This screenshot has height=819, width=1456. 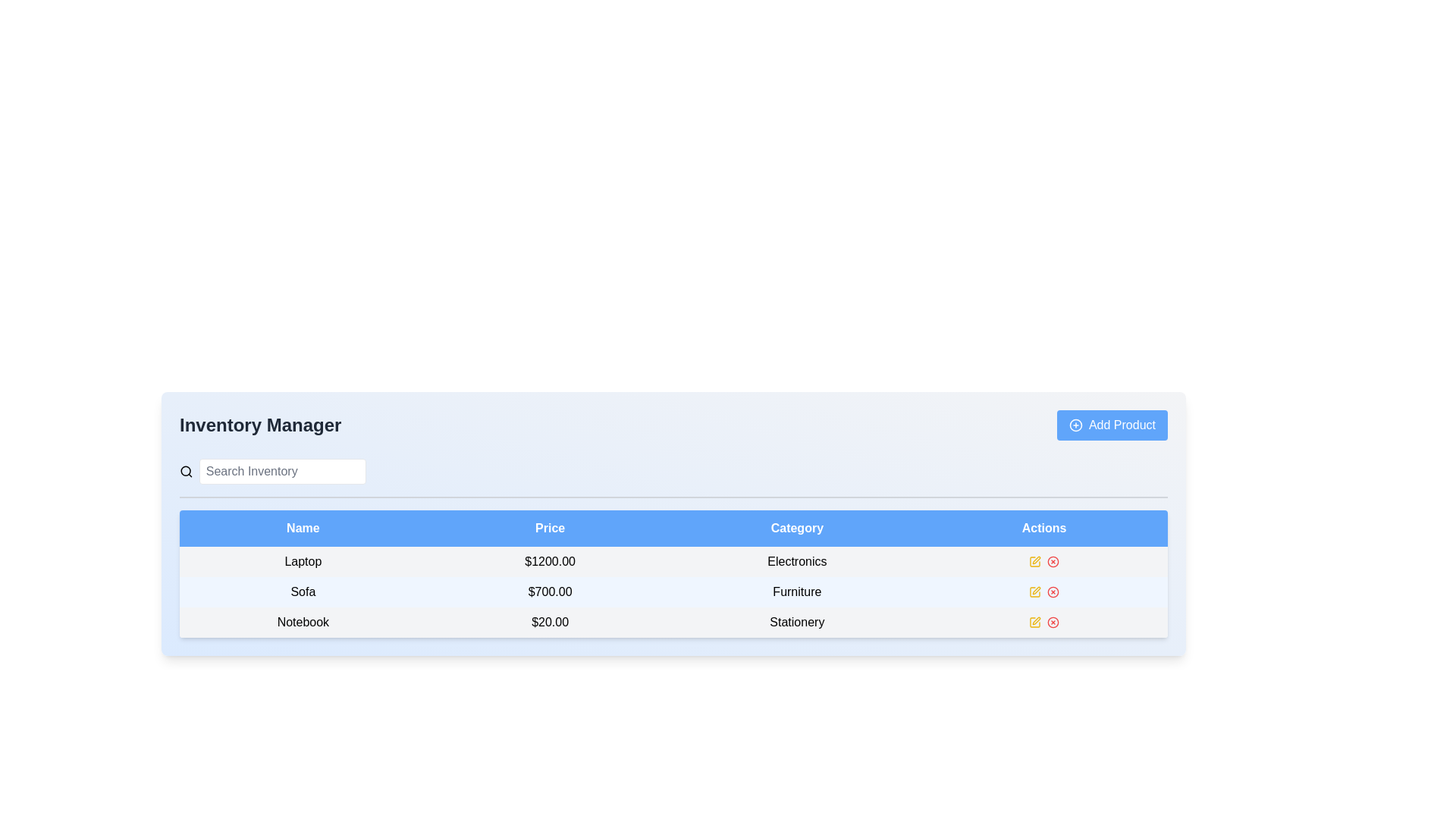 I want to click on the delete or cancel icon located in the 'Actions' column of the table, specifically in the bottom row aligned with the 'Notebook' item, so click(x=1052, y=623).